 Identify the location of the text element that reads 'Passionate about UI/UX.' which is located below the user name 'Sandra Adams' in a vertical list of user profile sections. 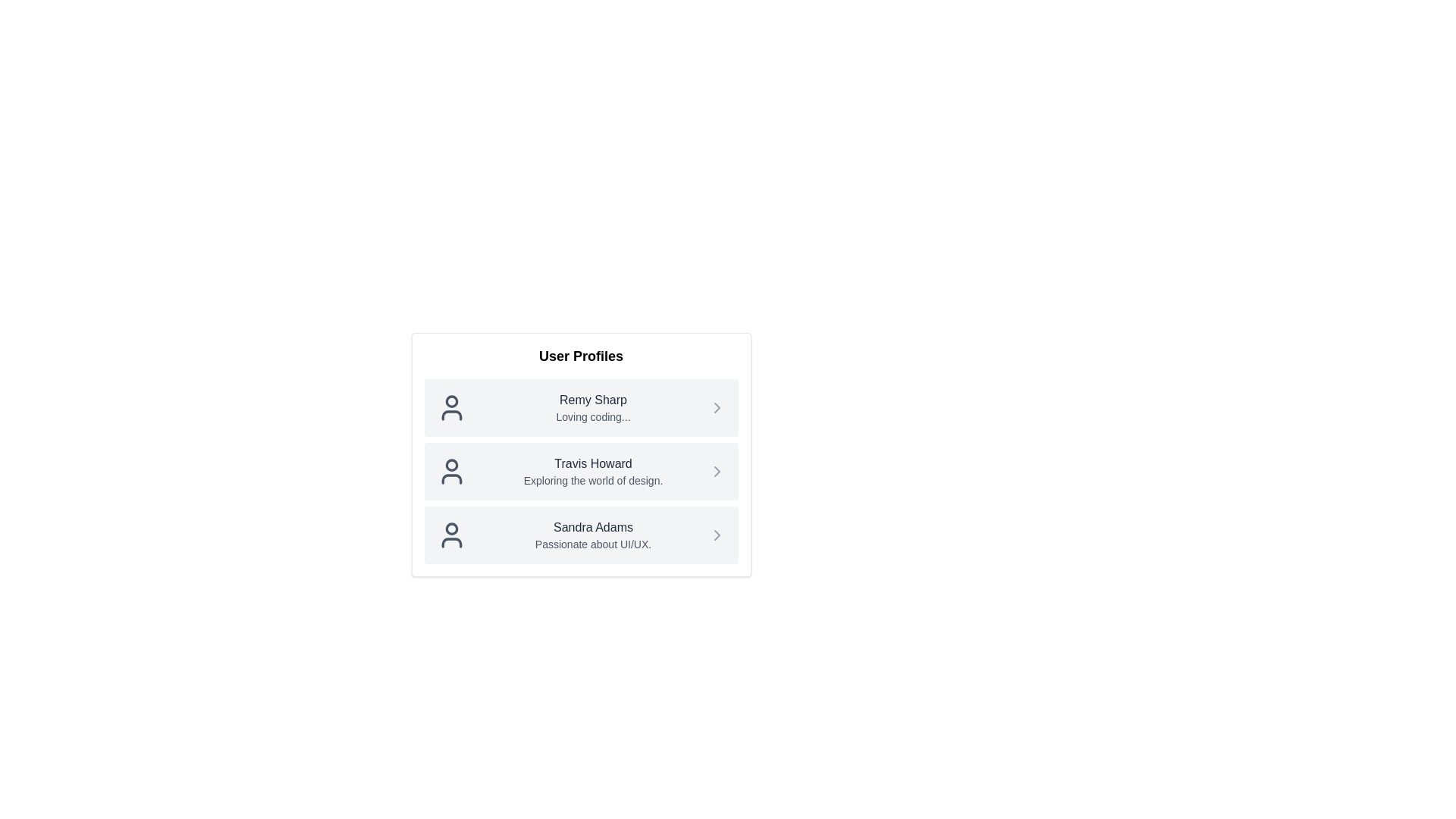
(592, 543).